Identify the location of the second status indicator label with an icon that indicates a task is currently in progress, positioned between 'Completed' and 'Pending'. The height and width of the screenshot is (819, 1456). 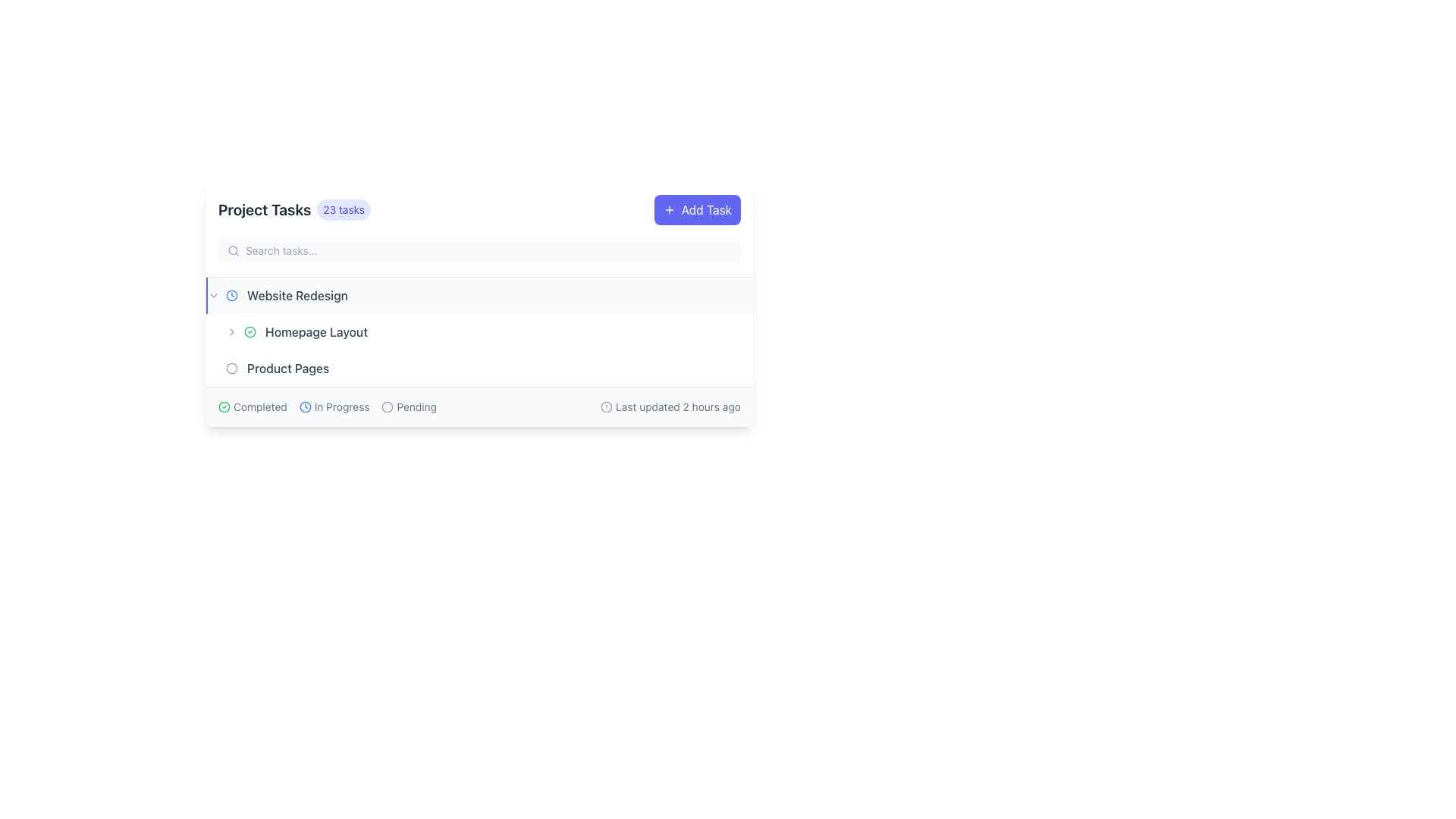
(334, 406).